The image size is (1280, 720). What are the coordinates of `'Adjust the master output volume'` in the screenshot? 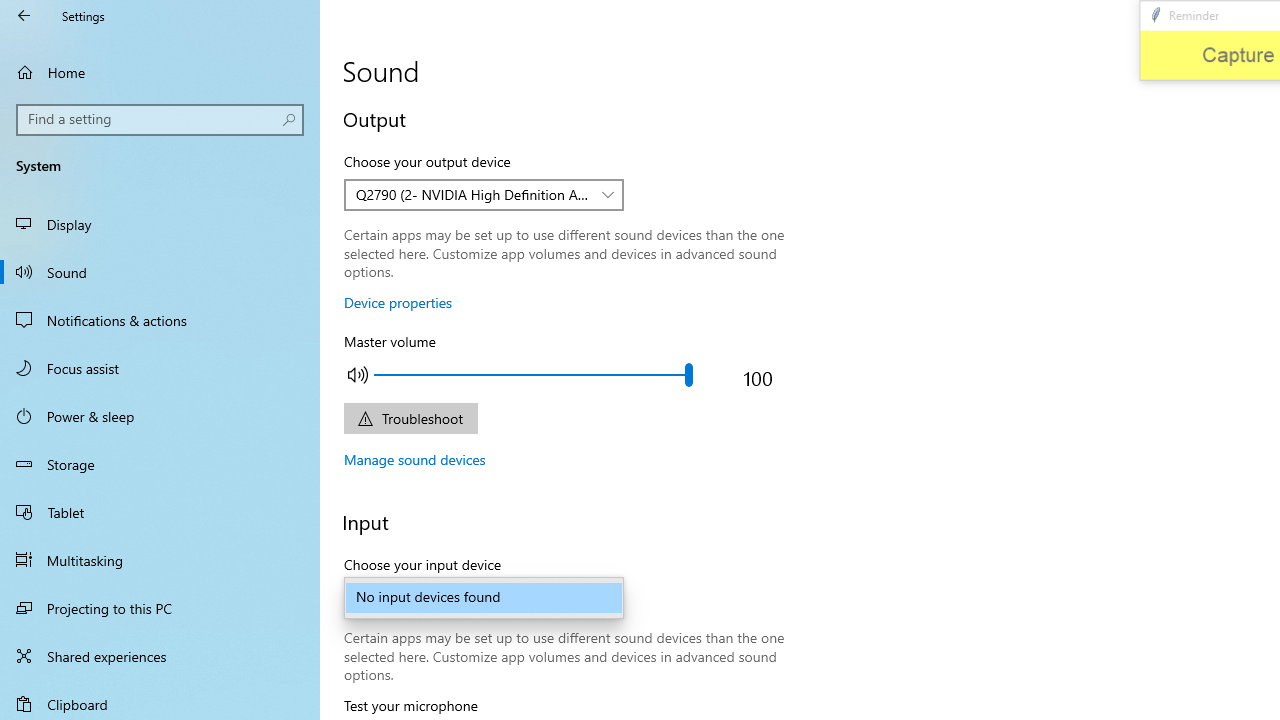 It's located at (533, 375).